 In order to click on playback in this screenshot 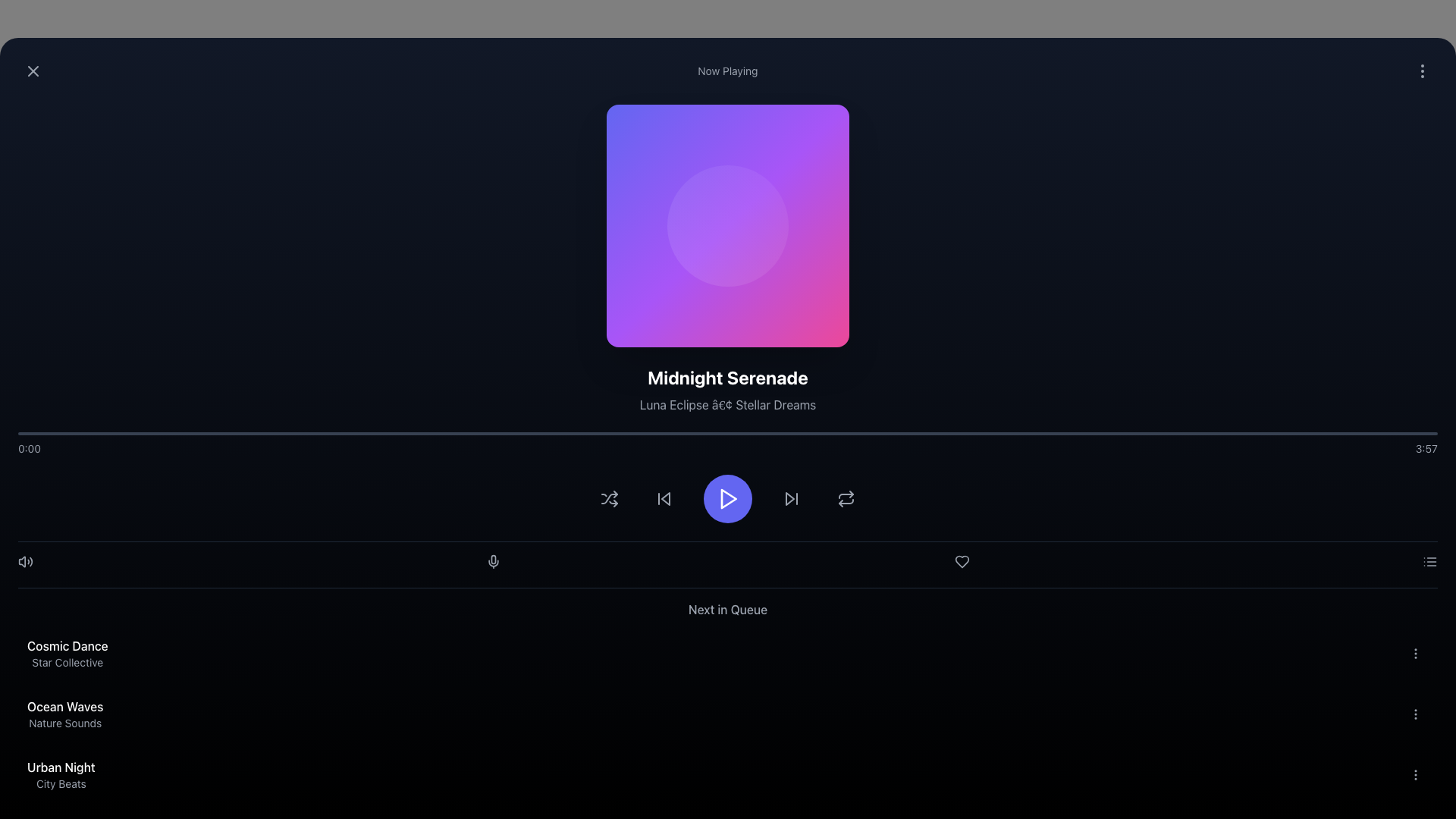, I will do `click(168, 433)`.